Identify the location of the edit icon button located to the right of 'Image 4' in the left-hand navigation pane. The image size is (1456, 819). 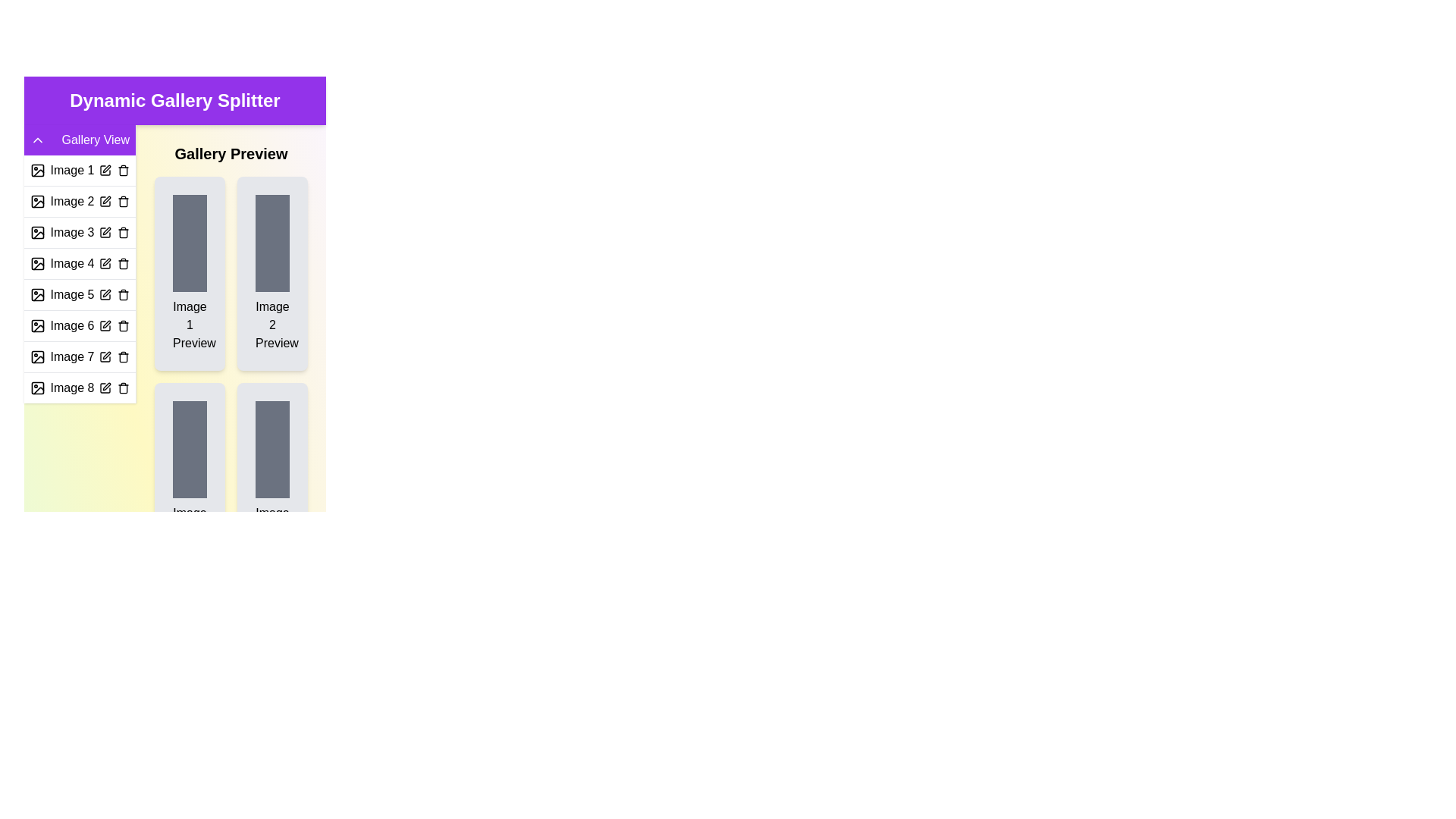
(105, 262).